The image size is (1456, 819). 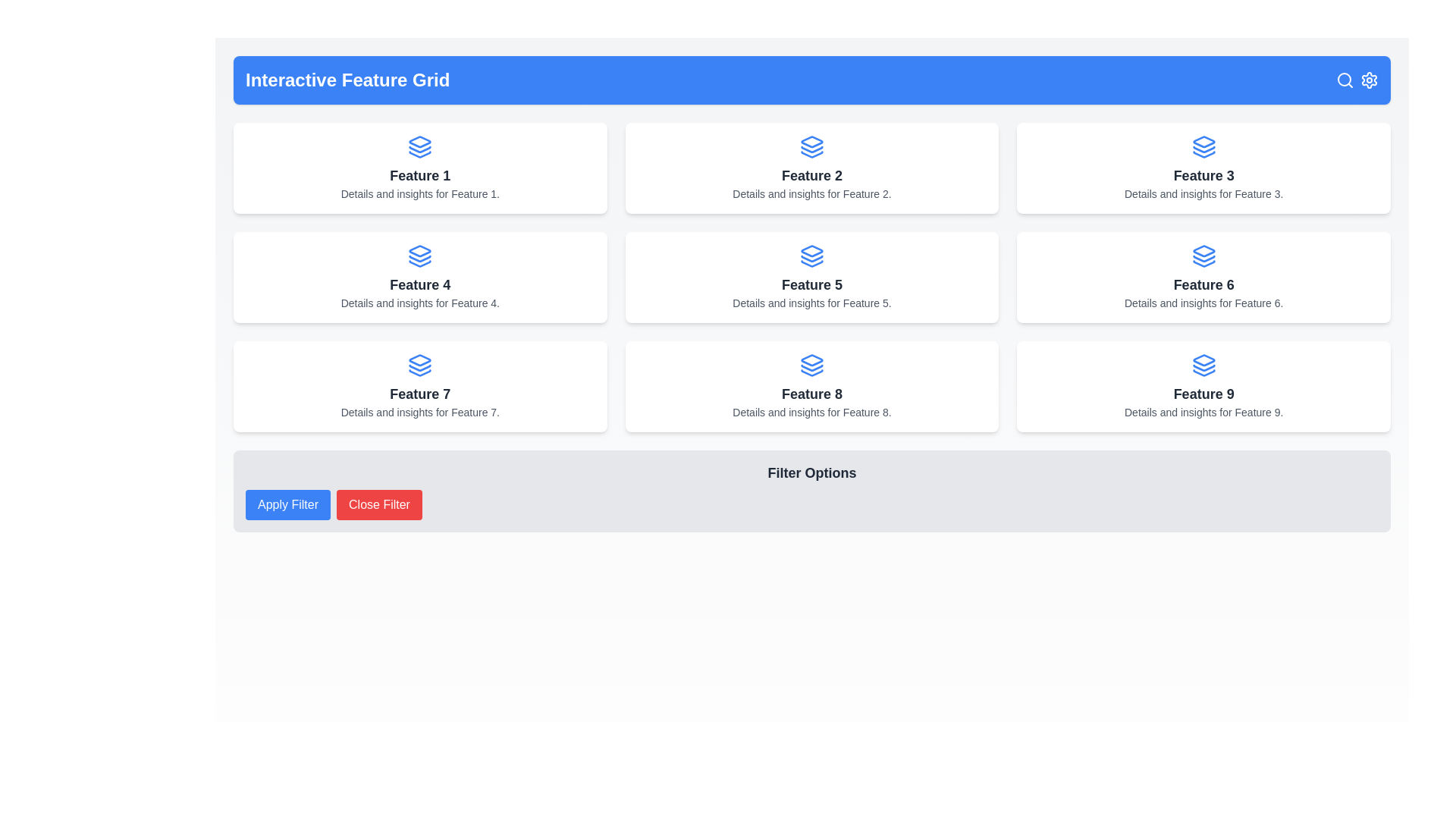 I want to click on the blue 'Apply Filter' button with rounded edges, so click(x=287, y=505).